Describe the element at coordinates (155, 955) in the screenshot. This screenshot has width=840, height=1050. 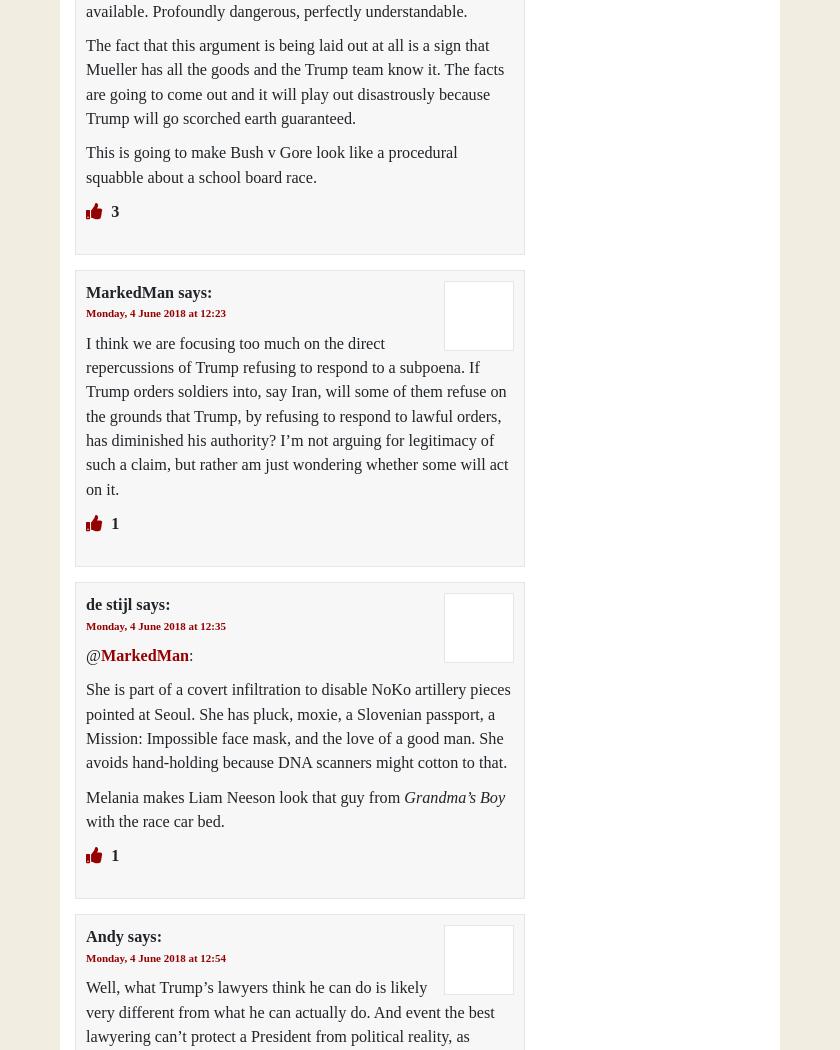
I see `'Monday, 4 June 2018 at 12:54'` at that location.